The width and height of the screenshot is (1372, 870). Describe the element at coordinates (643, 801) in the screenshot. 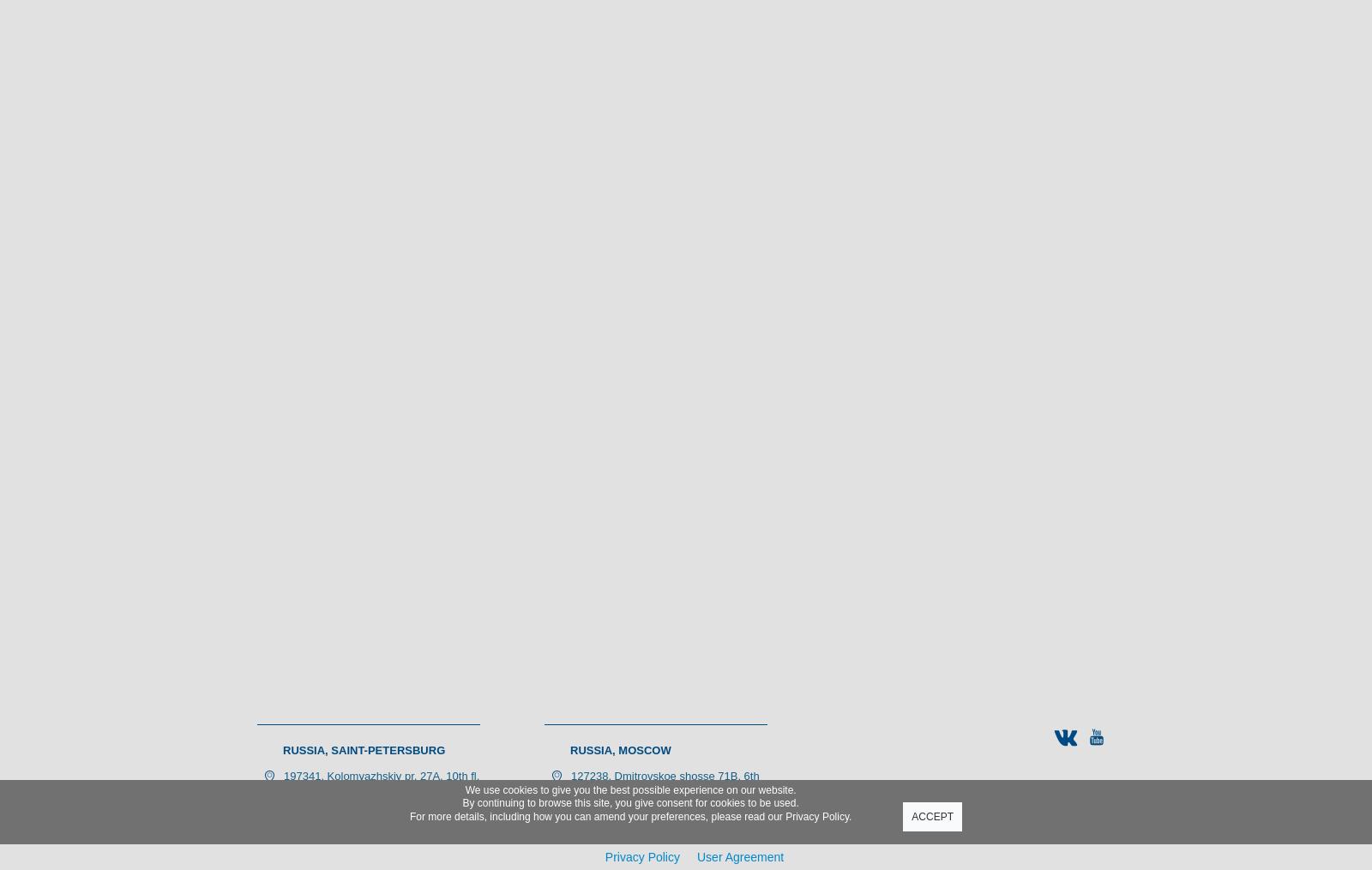

I see `'+ 7 (495) 988-46-83'` at that location.